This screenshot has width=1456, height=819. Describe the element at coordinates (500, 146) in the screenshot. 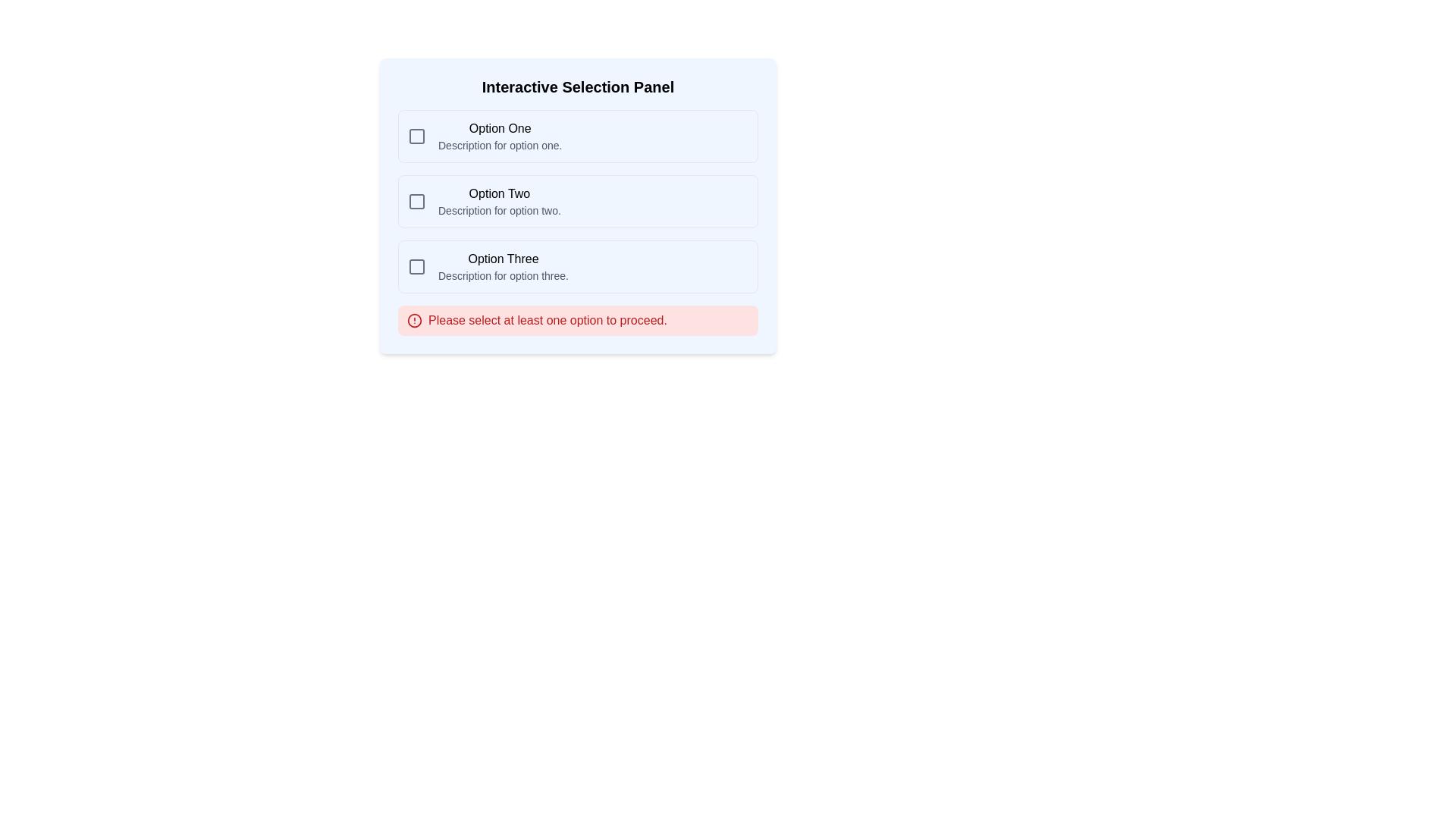

I see `the informational text label that provides details about 'Option One', located directly below the title text in the first option box of the interaction panel` at that location.